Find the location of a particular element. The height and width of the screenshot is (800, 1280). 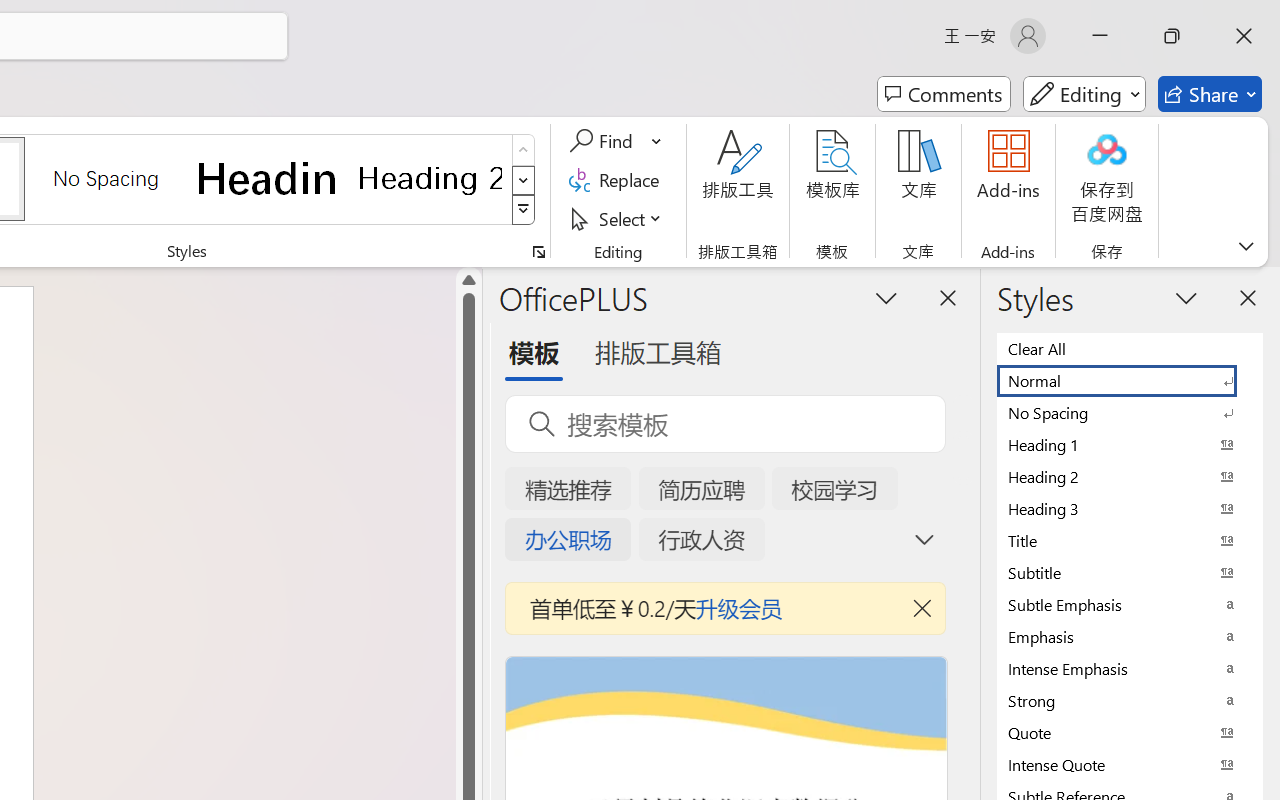

'Replace...' is located at coordinates (616, 179).